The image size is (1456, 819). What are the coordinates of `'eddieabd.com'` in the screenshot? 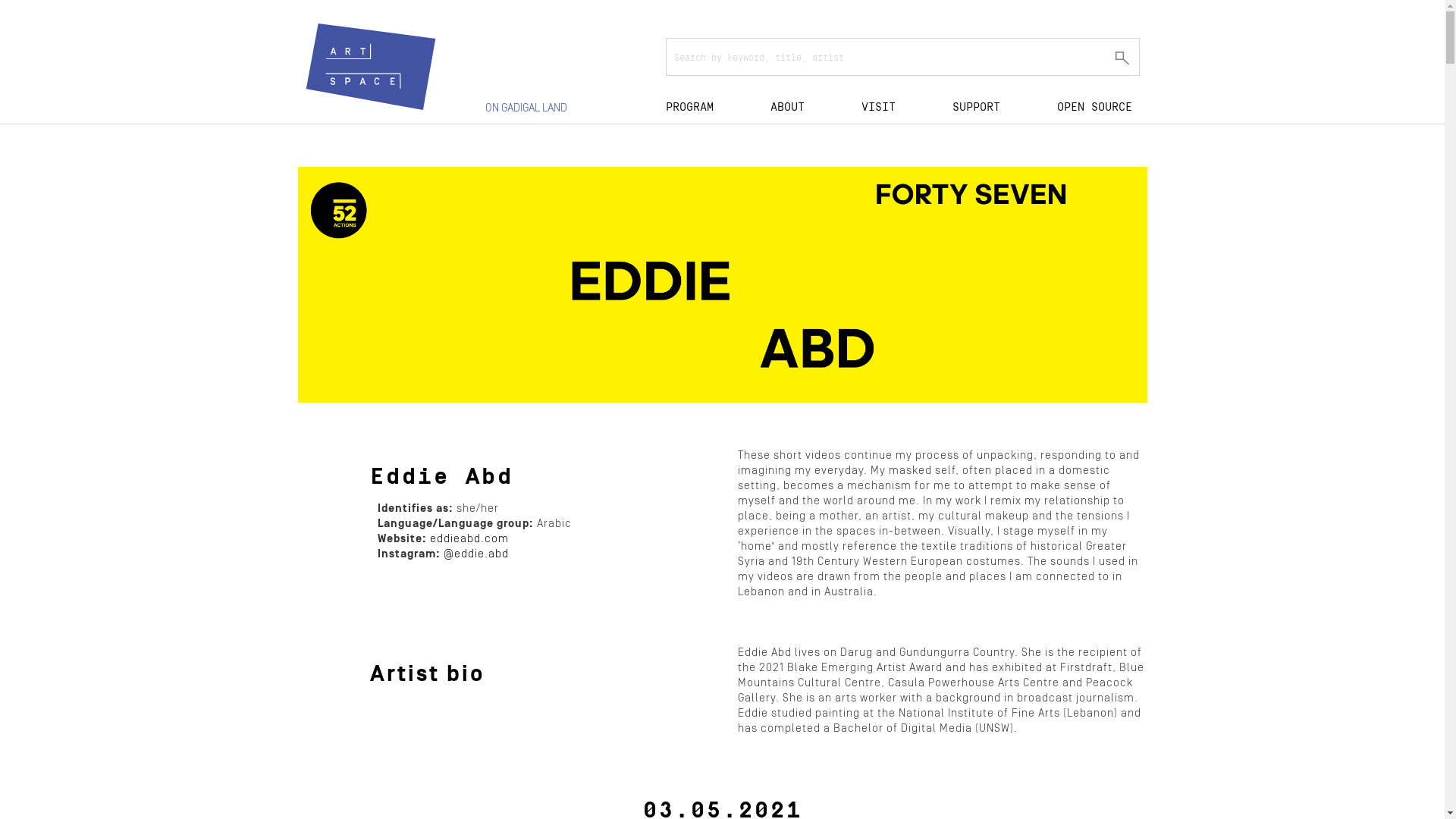 It's located at (468, 538).